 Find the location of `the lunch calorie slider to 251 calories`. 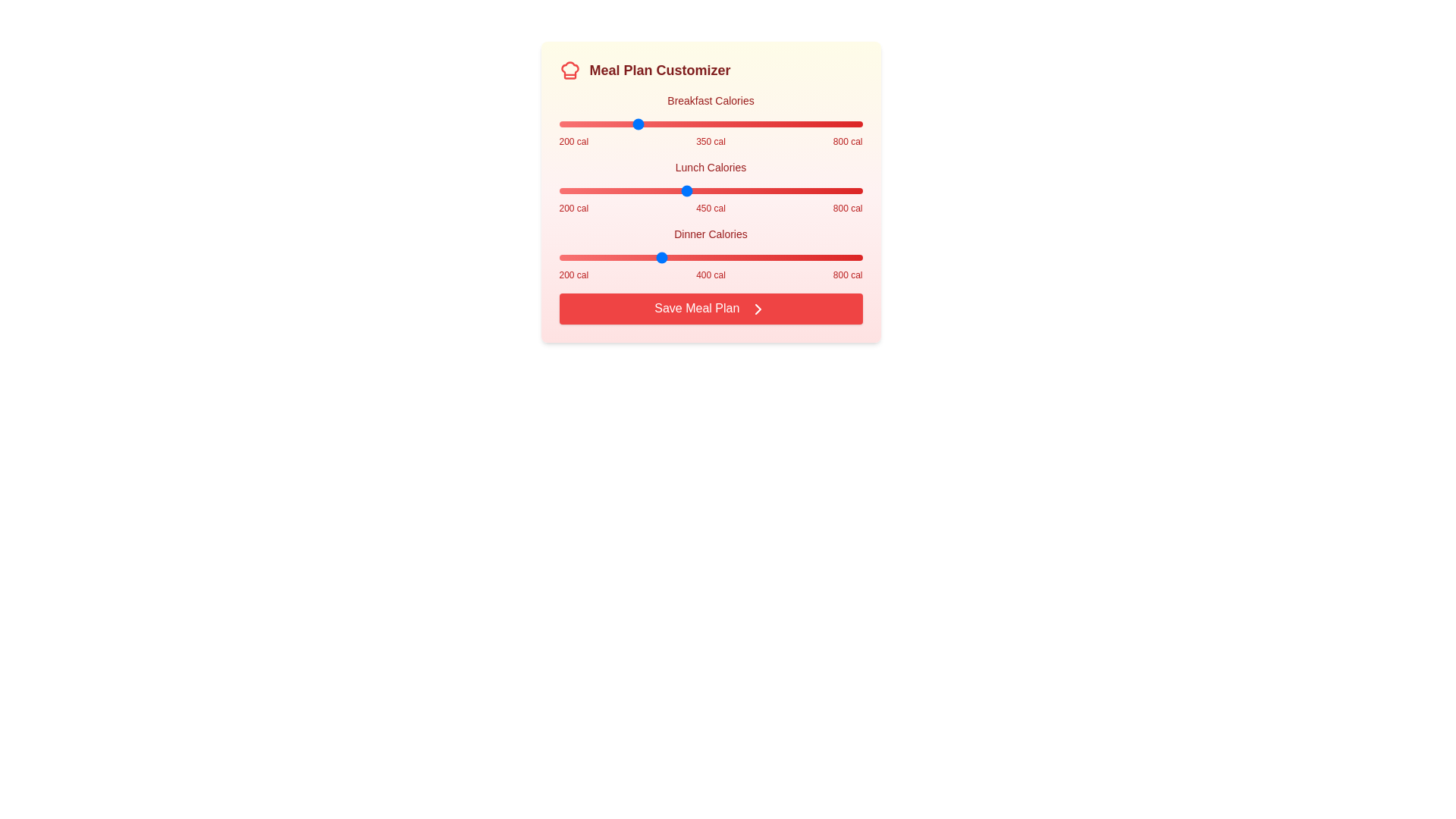

the lunch calorie slider to 251 calories is located at coordinates (584, 190).